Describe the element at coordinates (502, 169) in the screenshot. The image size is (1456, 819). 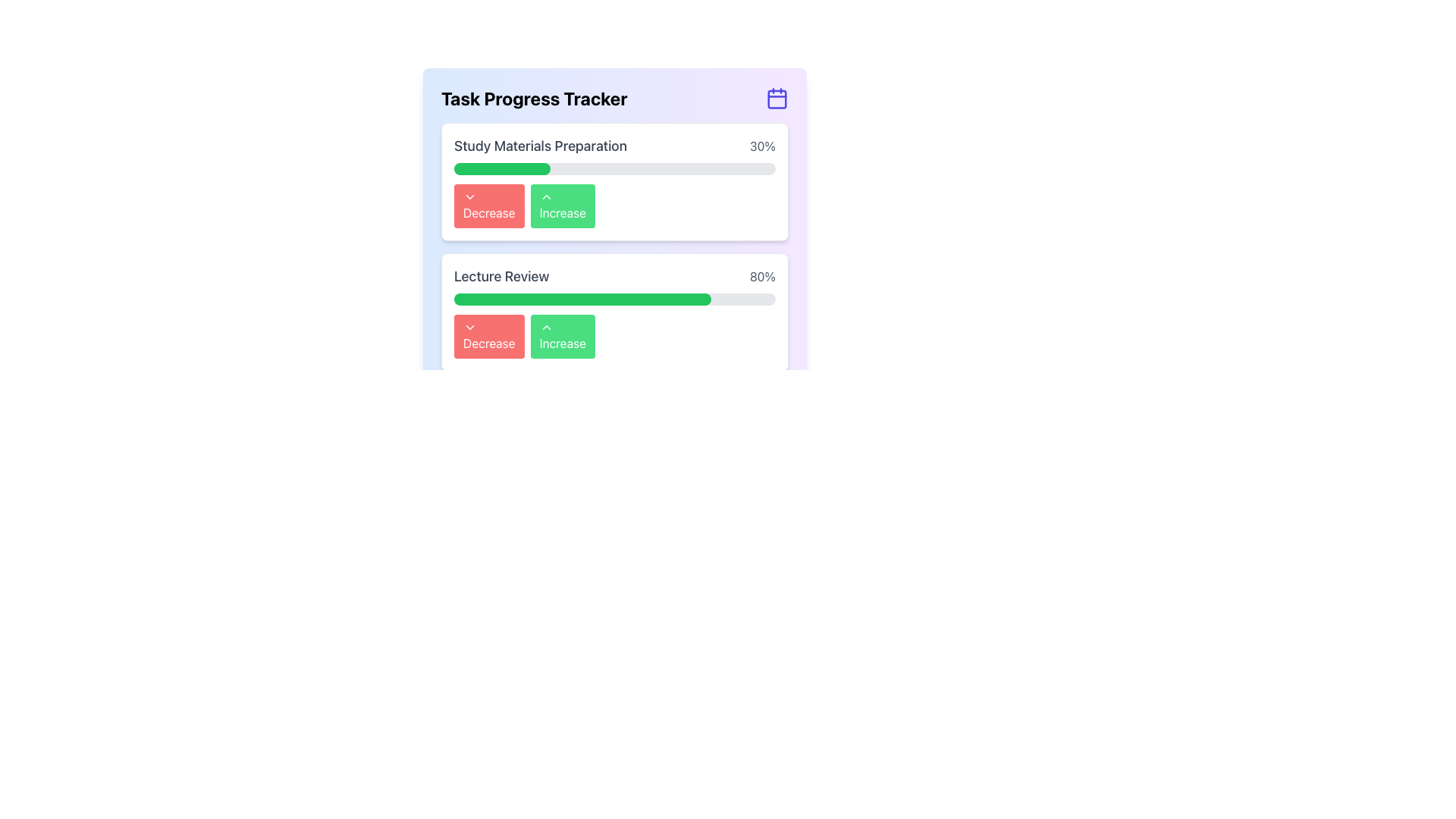
I see `the filled portion of the progress bar that visually represents a 30% progress level for the 'Study Materials Preparation' task` at that location.